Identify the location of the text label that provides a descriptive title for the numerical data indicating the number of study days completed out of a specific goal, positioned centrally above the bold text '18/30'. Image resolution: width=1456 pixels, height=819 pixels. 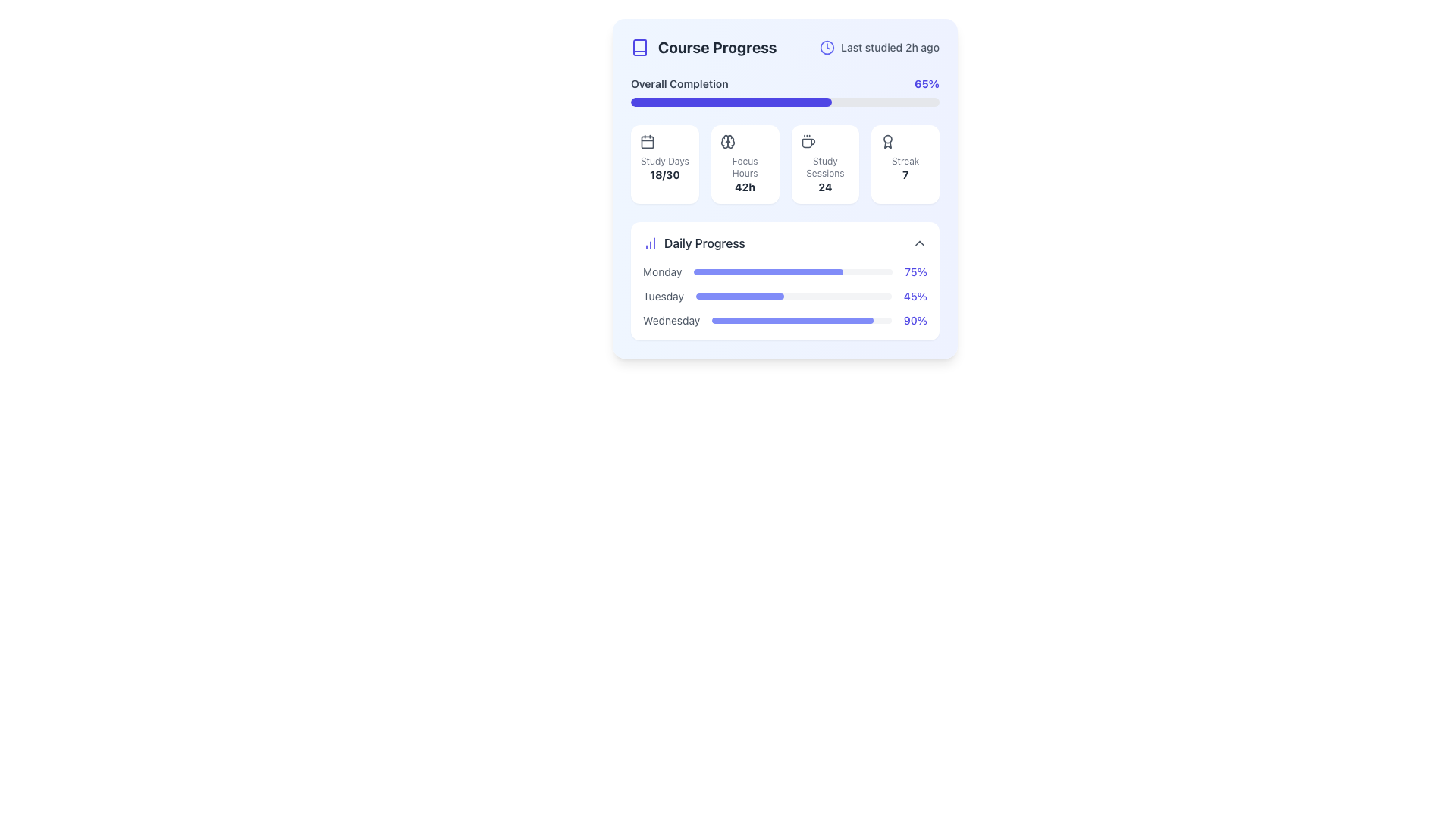
(664, 161).